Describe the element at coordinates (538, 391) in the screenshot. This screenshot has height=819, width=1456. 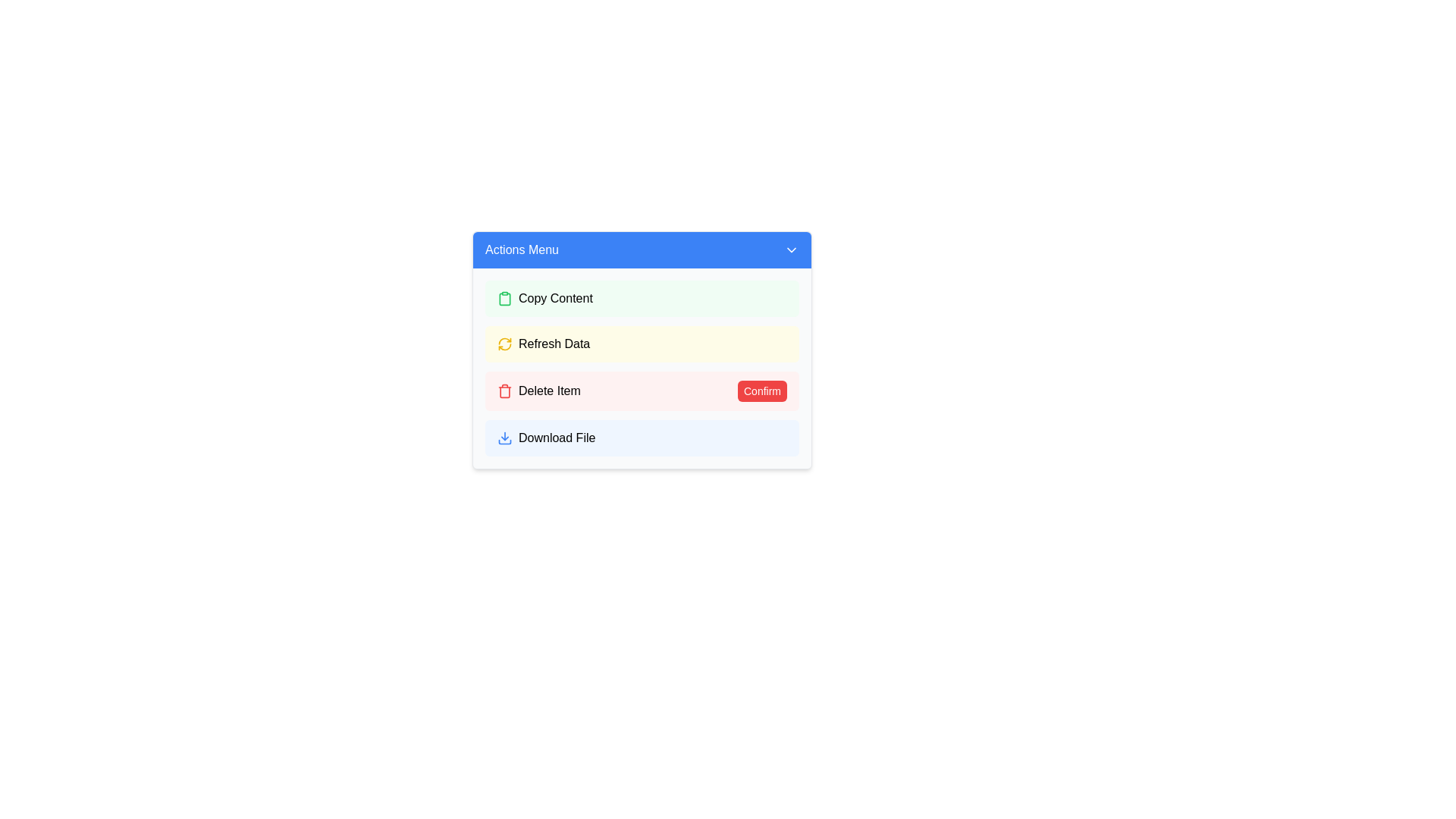
I see `the 'Delete Item' label or icon-text combination located` at that location.